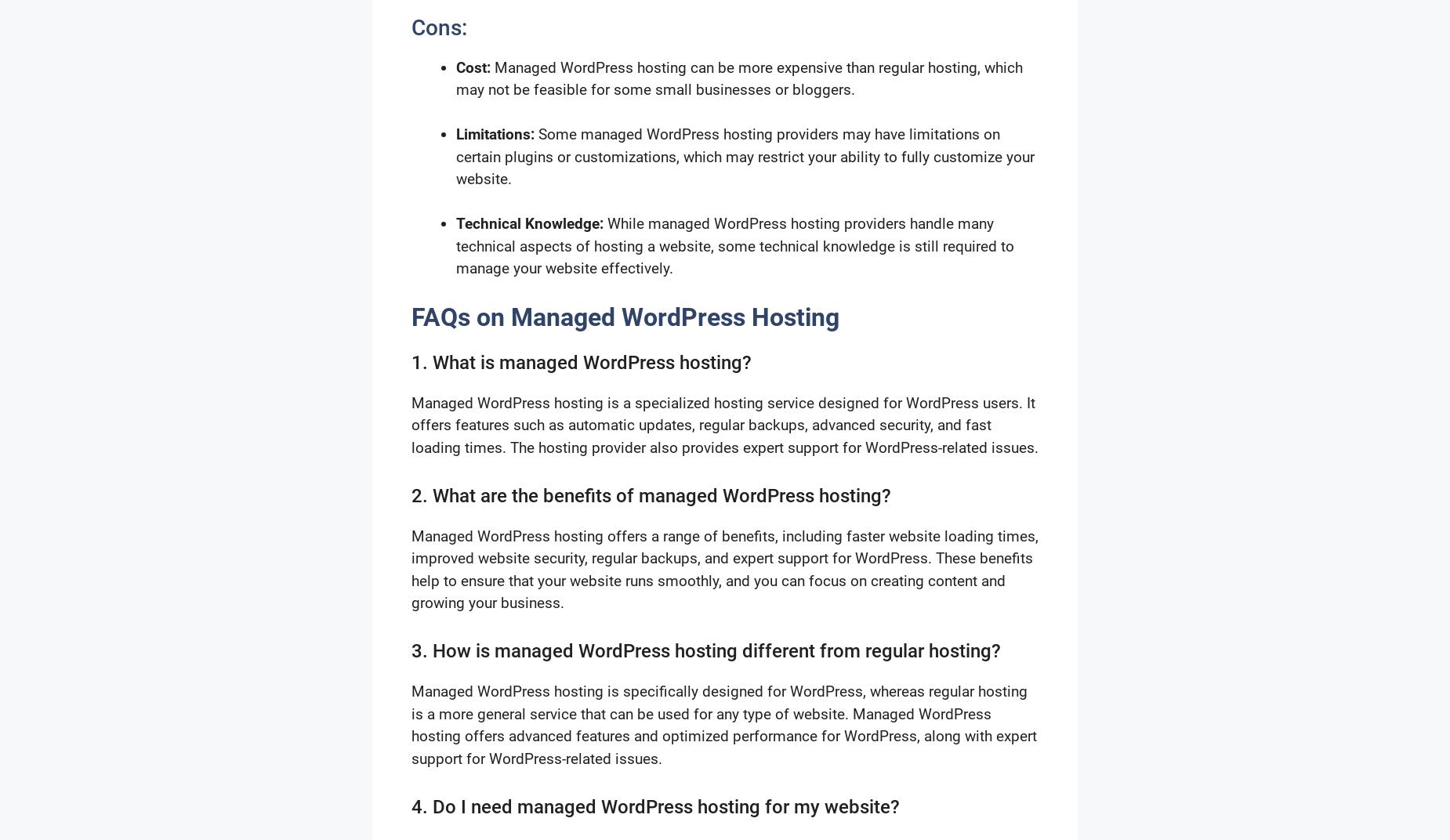 The image size is (1450, 840). What do you see at coordinates (651, 495) in the screenshot?
I see `'2. What are the benefits of managed WordPress hosting?'` at bounding box center [651, 495].